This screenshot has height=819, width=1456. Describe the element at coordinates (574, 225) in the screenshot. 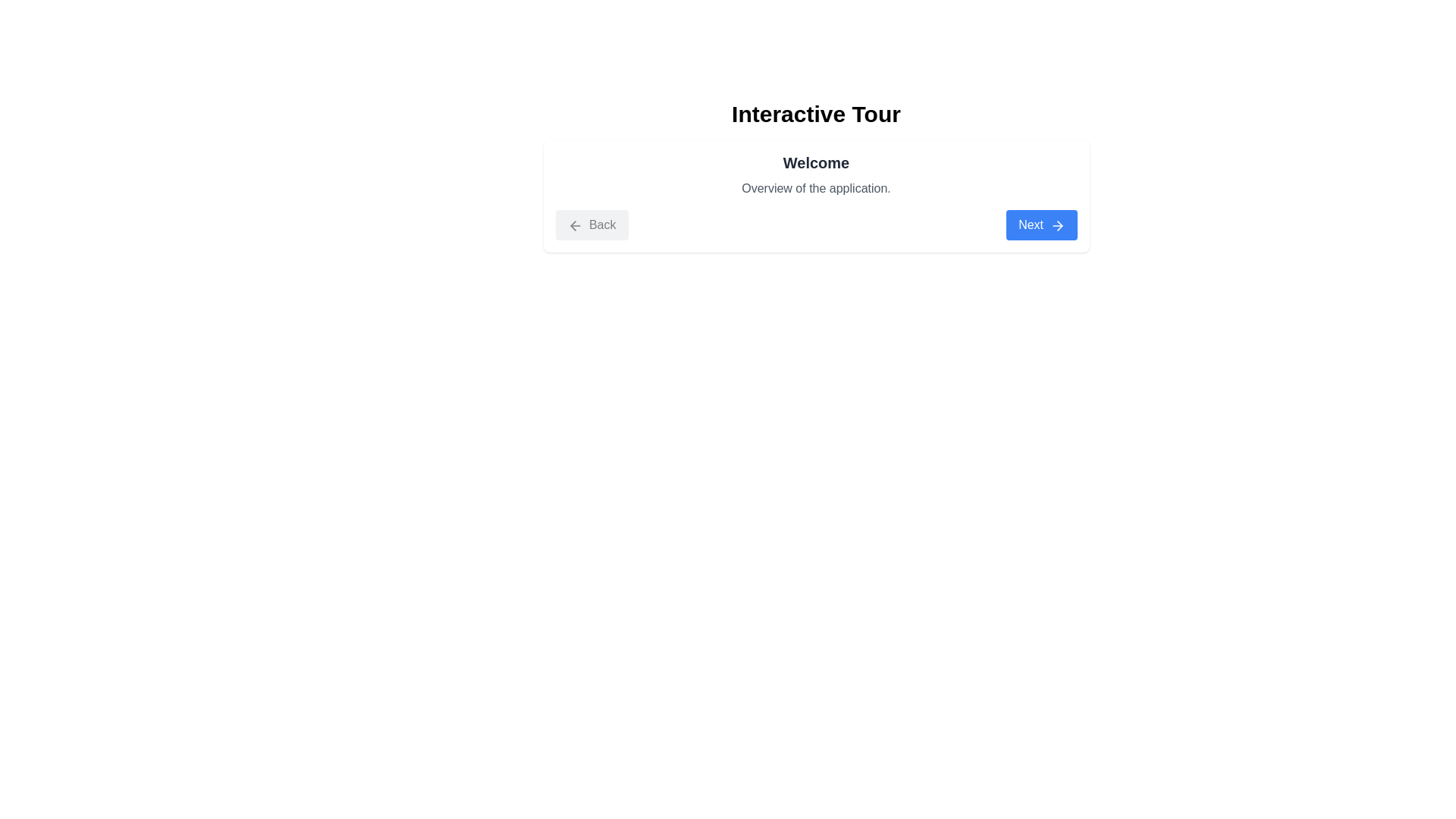

I see `the visual cue icon for the 'Back' button located at the bottom-left corner of the central panel, which precedes the text 'Back'` at that location.